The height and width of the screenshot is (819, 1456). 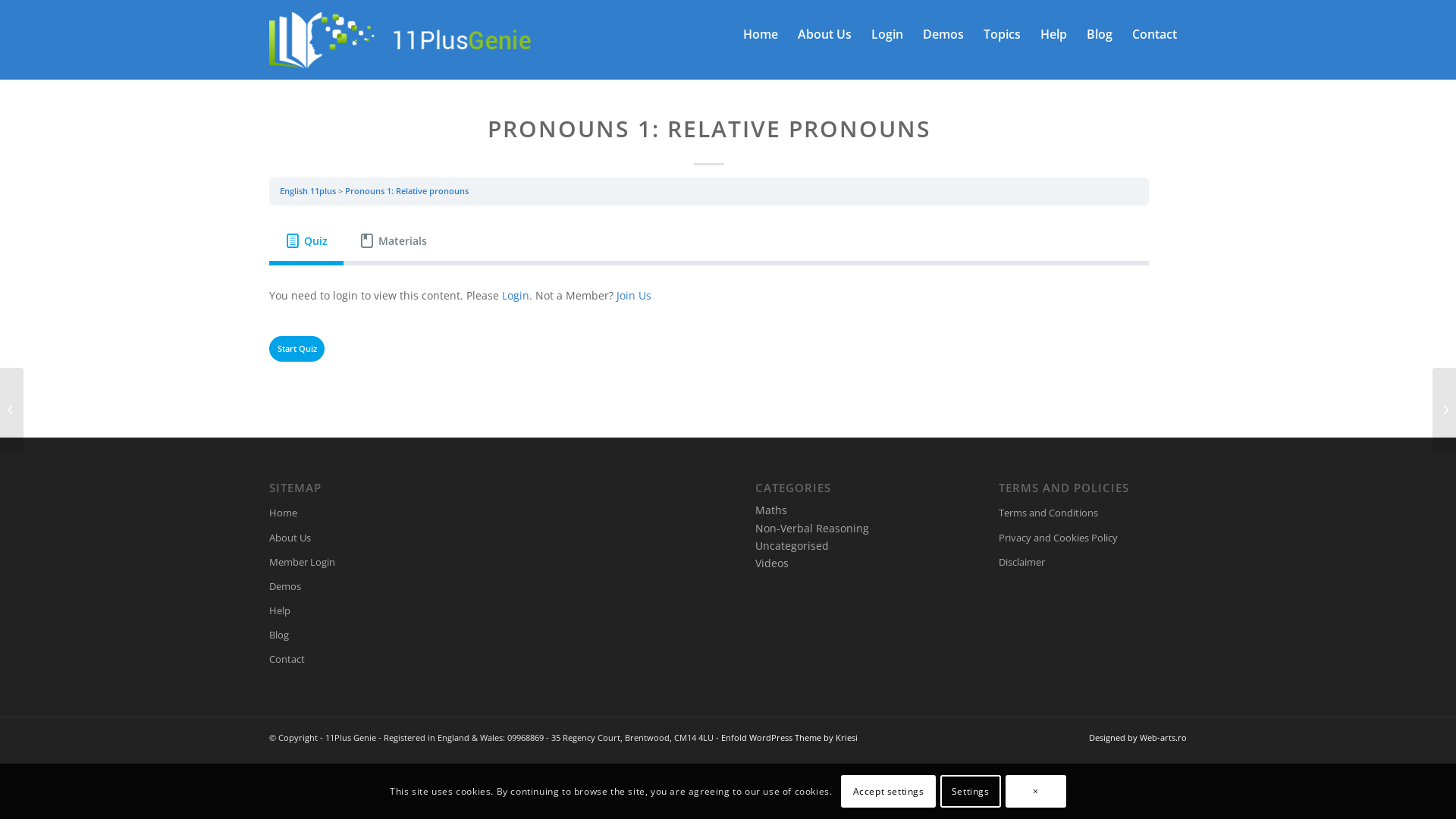 What do you see at coordinates (502, 295) in the screenshot?
I see `'Login'` at bounding box center [502, 295].